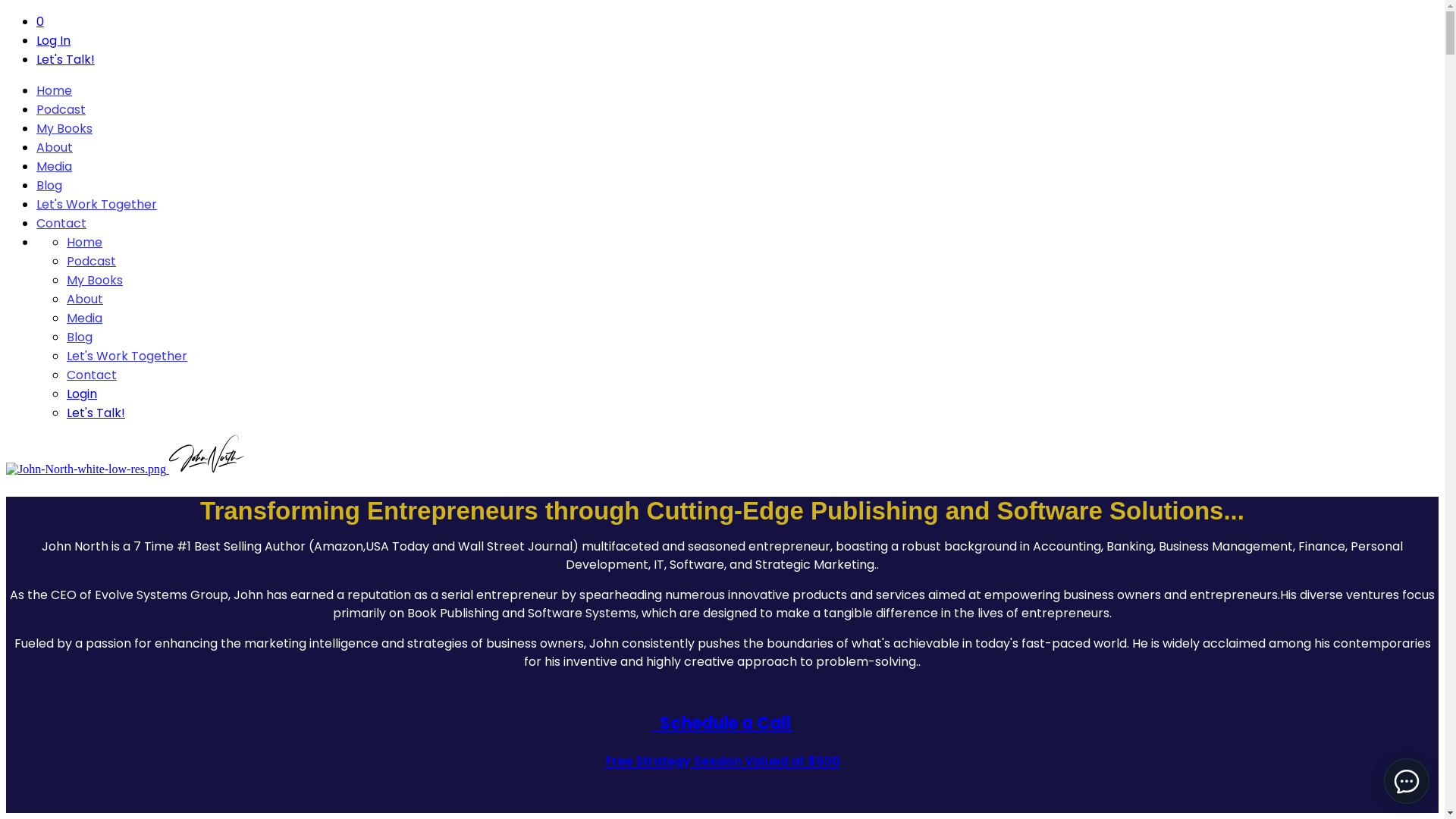  What do you see at coordinates (61, 108) in the screenshot?
I see `'Podcast'` at bounding box center [61, 108].